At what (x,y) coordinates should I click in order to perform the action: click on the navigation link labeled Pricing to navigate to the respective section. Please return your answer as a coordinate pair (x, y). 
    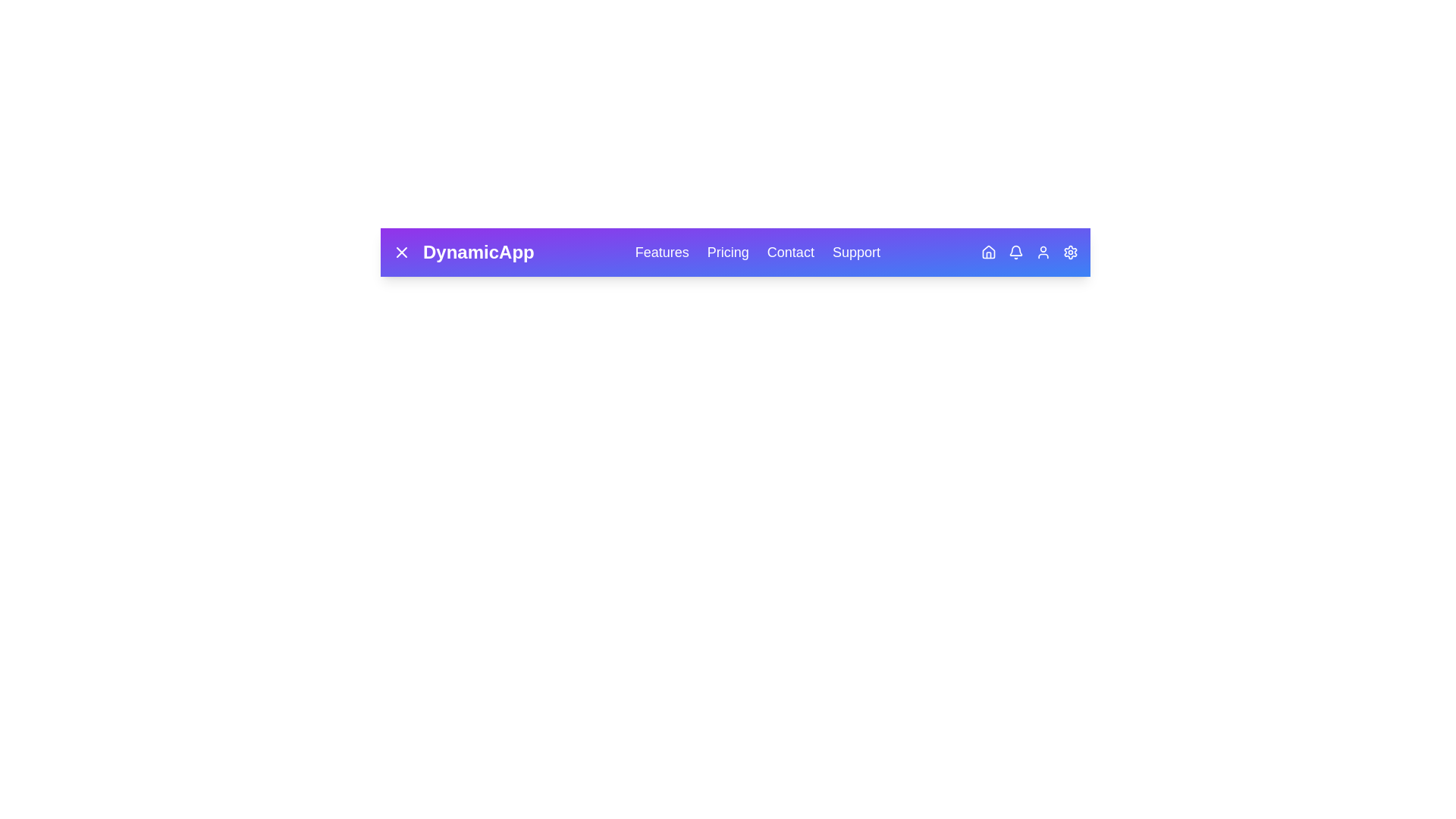
    Looking at the image, I should click on (728, 251).